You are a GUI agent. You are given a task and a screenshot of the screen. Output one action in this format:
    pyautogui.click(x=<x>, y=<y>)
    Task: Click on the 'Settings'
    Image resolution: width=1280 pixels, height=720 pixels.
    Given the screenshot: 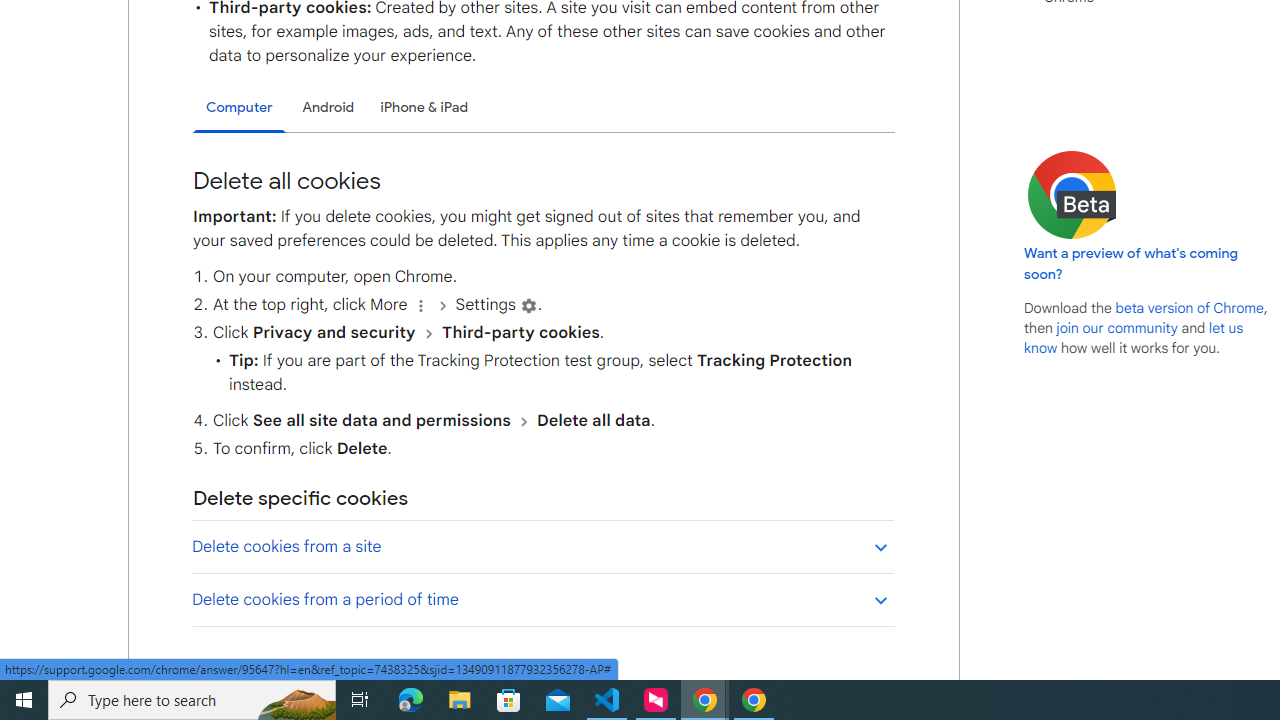 What is the action you would take?
    pyautogui.click(x=529, y=305)
    